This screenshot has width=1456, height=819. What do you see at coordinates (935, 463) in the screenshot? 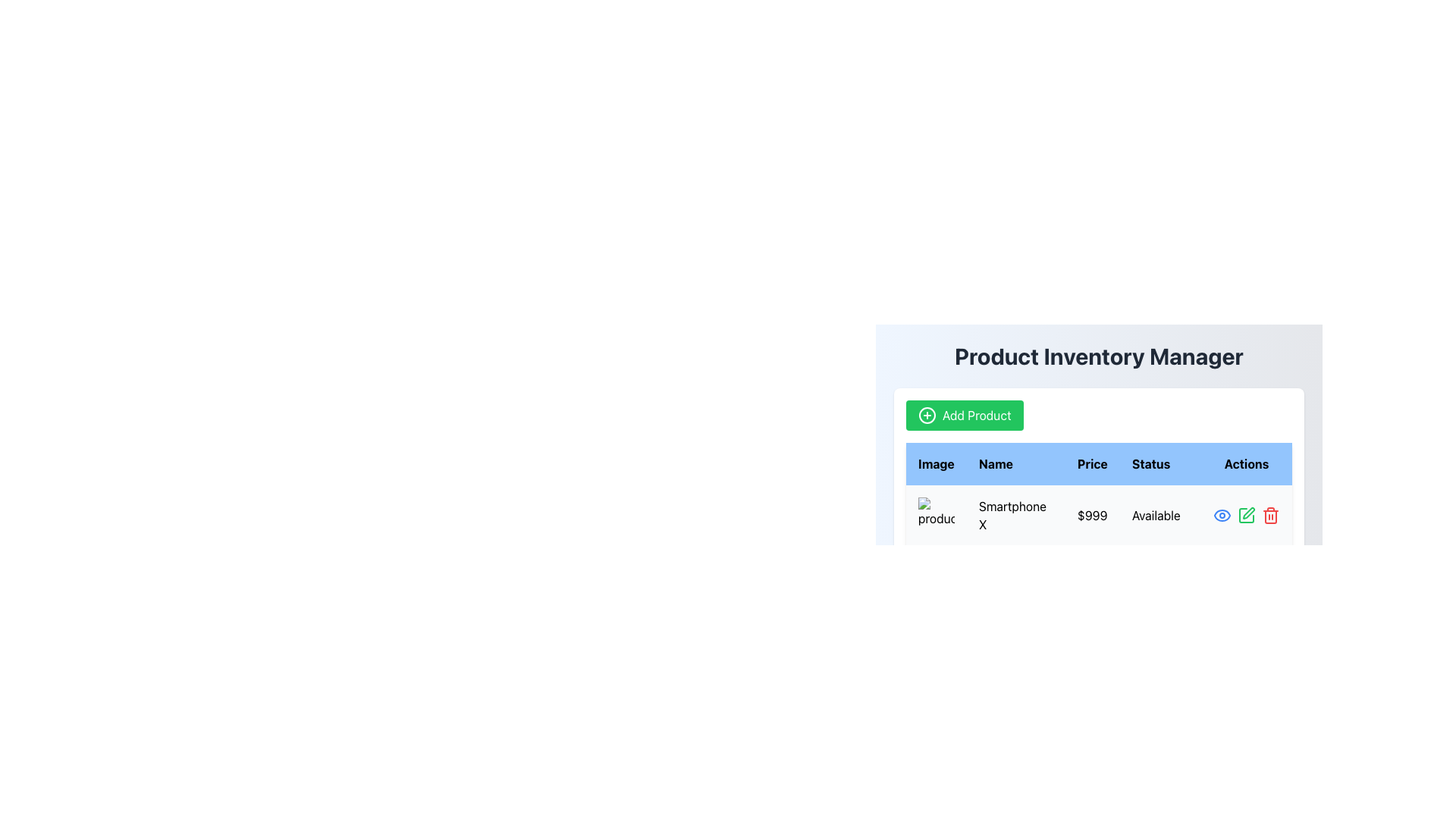
I see `the text element labeled 'Image', which is the first header in a data table with a light blue background and left alignment` at bounding box center [935, 463].